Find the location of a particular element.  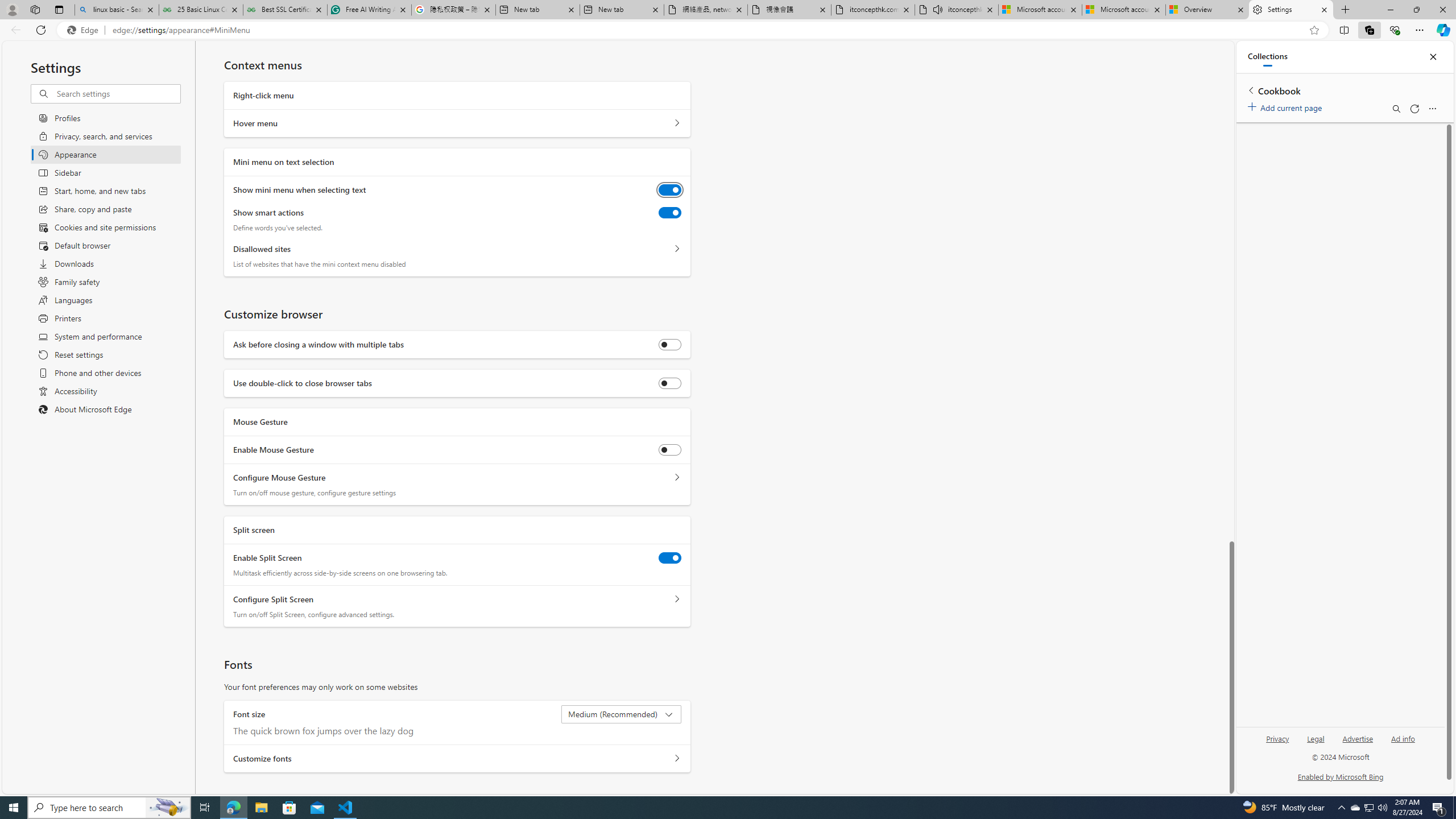

'linux basic - Search' is located at coordinates (115, 9).